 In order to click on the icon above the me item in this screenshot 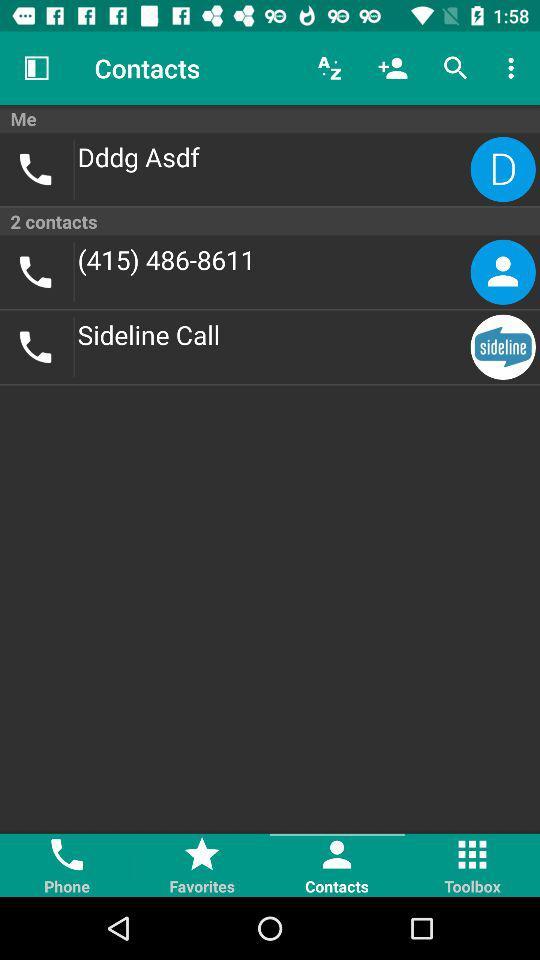, I will do `click(329, 68)`.